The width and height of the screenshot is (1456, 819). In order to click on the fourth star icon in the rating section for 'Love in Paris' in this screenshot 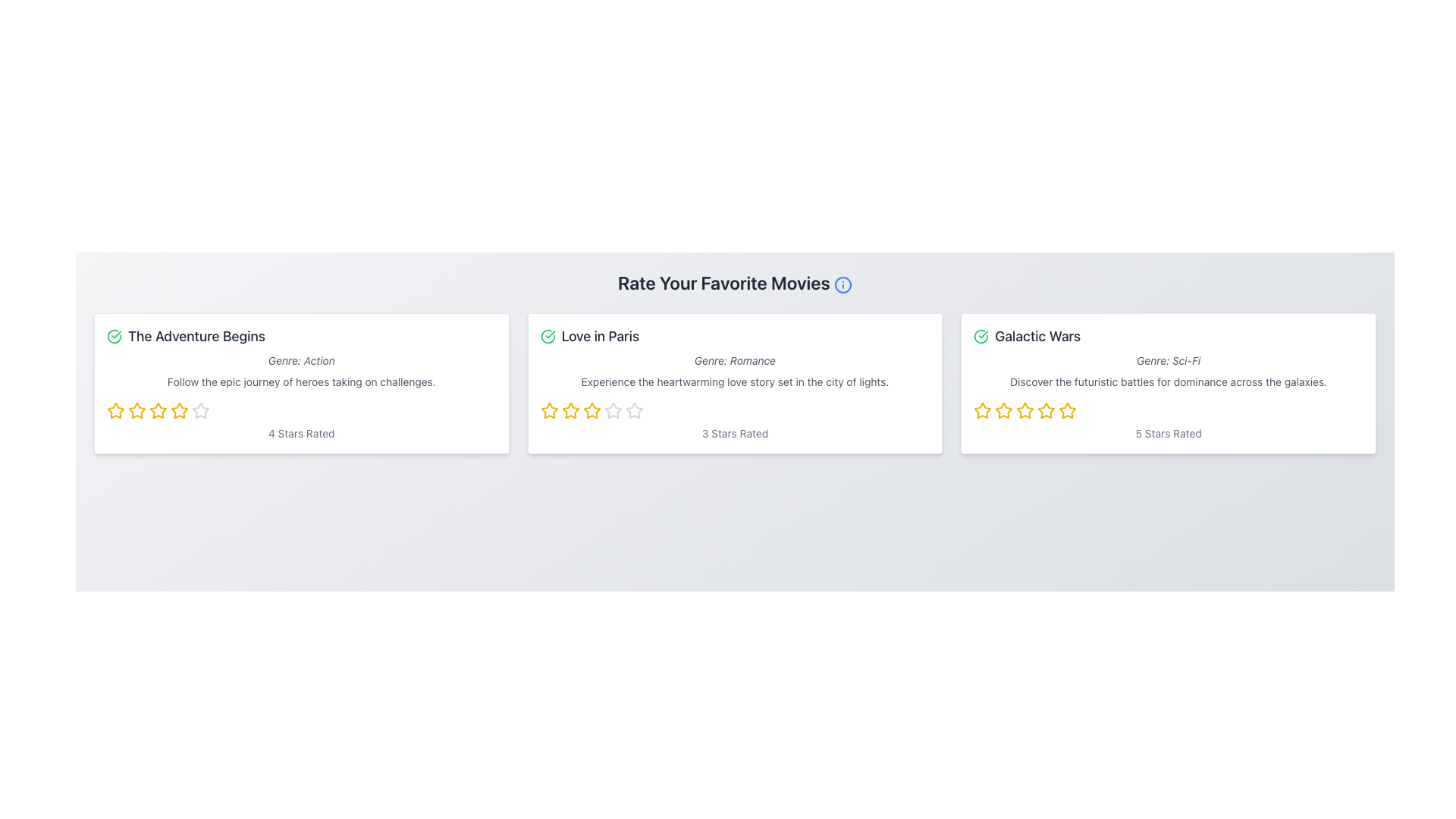, I will do `click(634, 410)`.